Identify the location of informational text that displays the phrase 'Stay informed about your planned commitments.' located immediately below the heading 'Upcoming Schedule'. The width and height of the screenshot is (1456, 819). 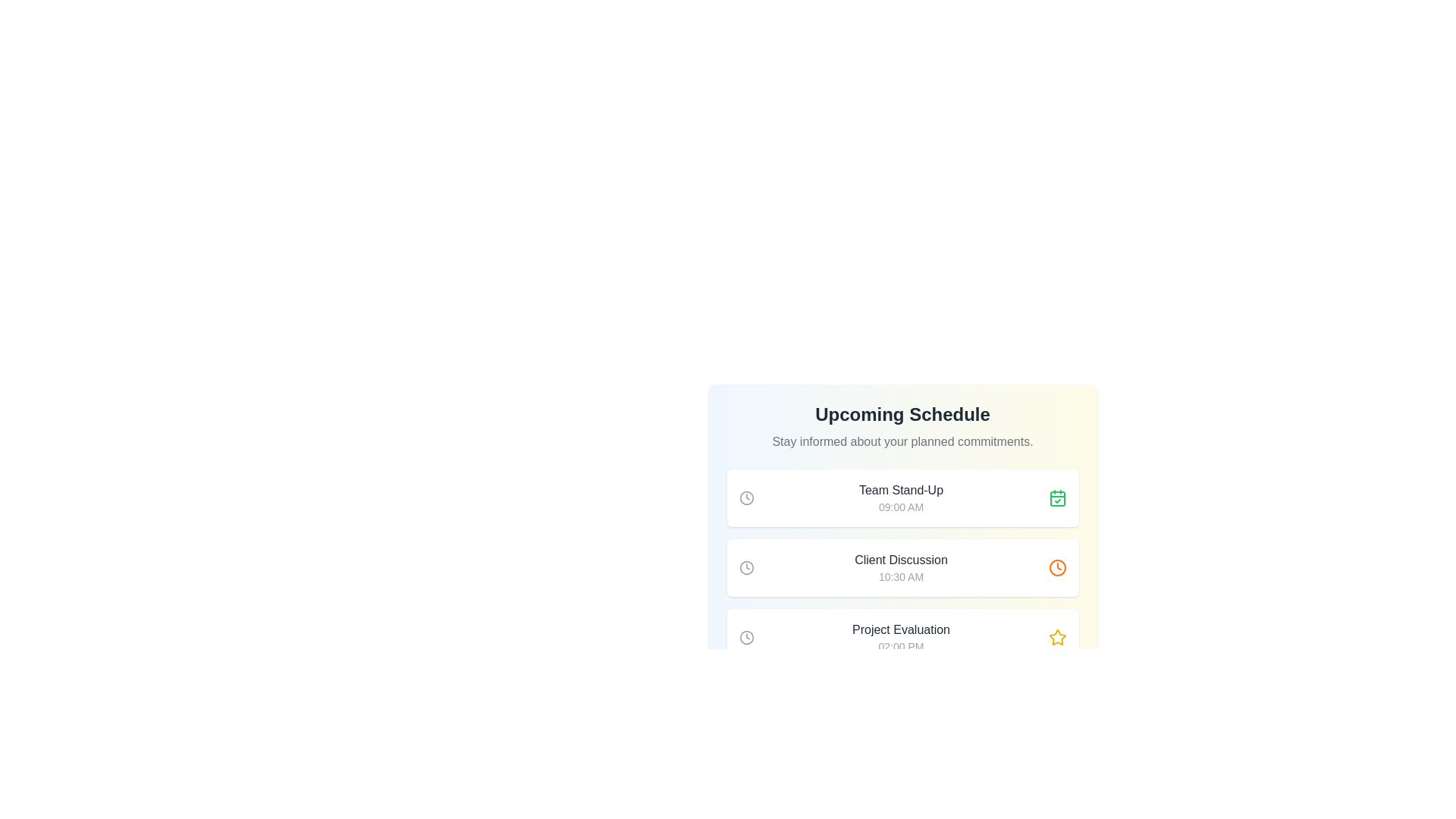
(902, 441).